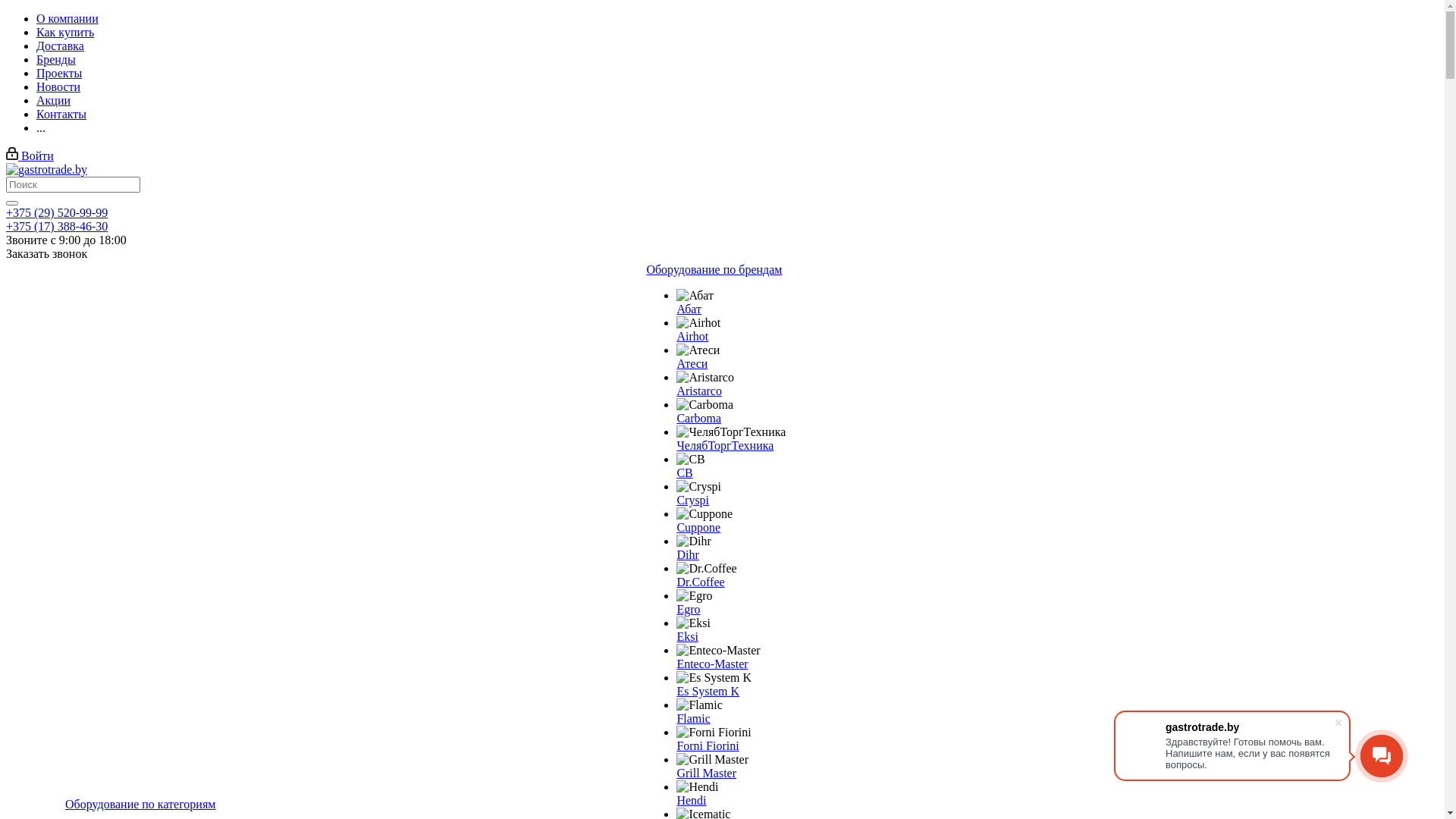  What do you see at coordinates (692, 623) in the screenshot?
I see `'Eksi'` at bounding box center [692, 623].